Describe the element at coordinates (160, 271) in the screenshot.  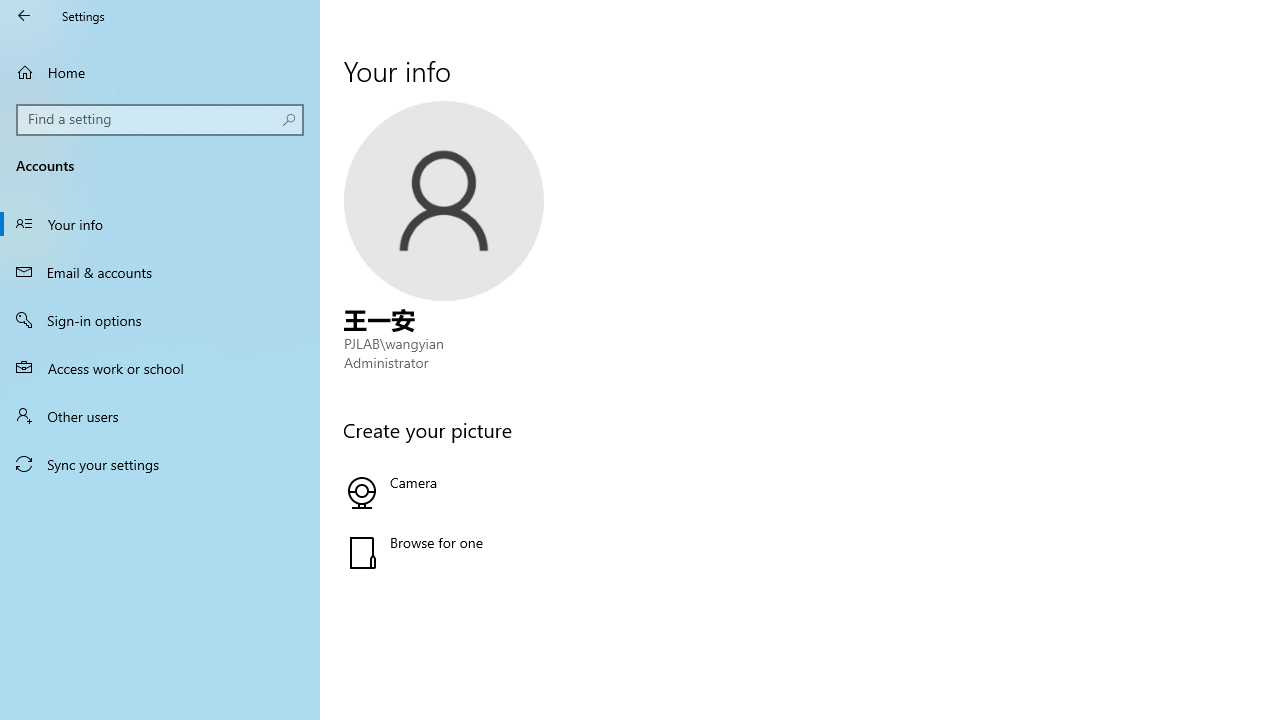
I see `'Email & accounts'` at that location.